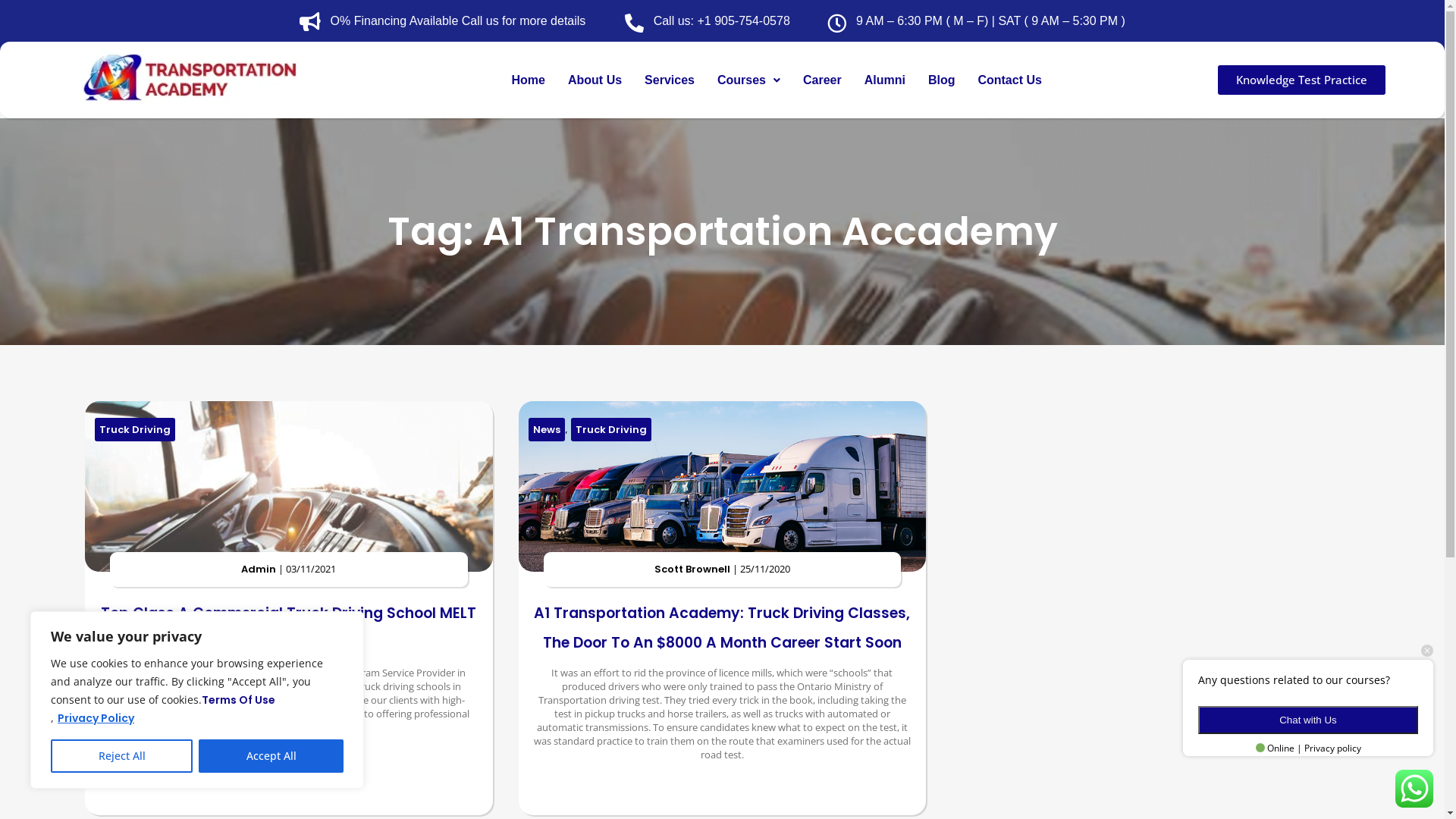 The height and width of the screenshot is (819, 1456). I want to click on 'Home', so click(528, 79).